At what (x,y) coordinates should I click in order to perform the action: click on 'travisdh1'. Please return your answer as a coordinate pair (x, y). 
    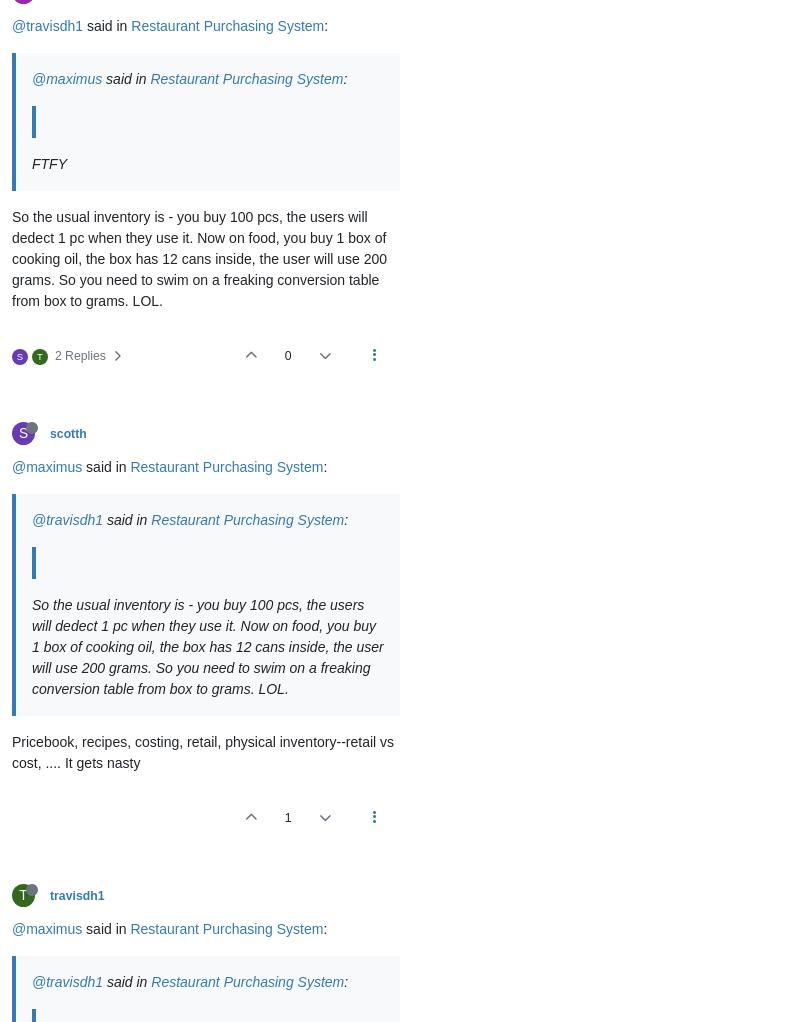
    Looking at the image, I should click on (76, 894).